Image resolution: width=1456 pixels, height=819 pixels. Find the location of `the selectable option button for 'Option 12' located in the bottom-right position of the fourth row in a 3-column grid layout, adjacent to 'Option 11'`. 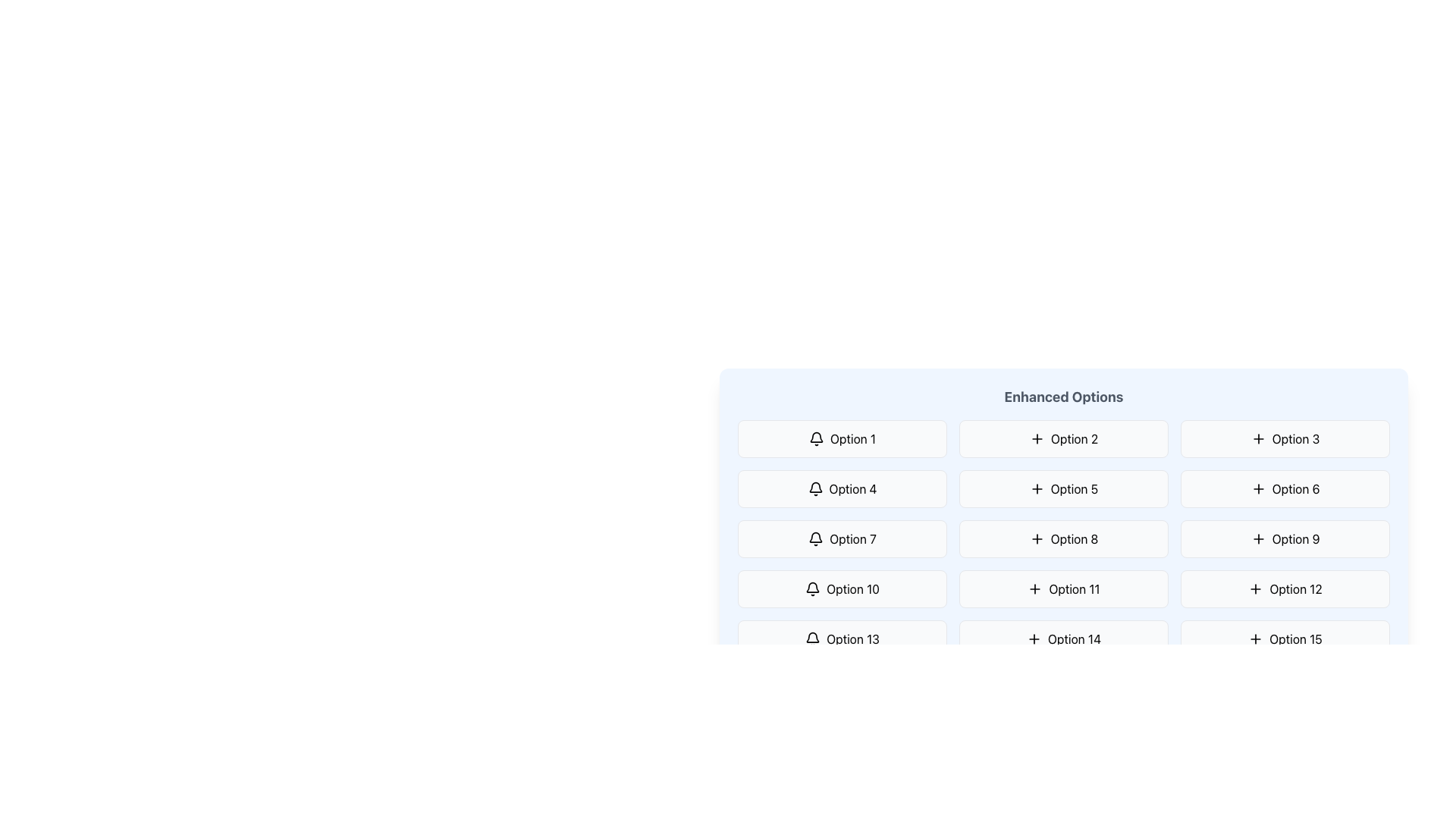

the selectable option button for 'Option 12' located in the bottom-right position of the fourth row in a 3-column grid layout, adjacent to 'Option 11' is located at coordinates (1284, 588).